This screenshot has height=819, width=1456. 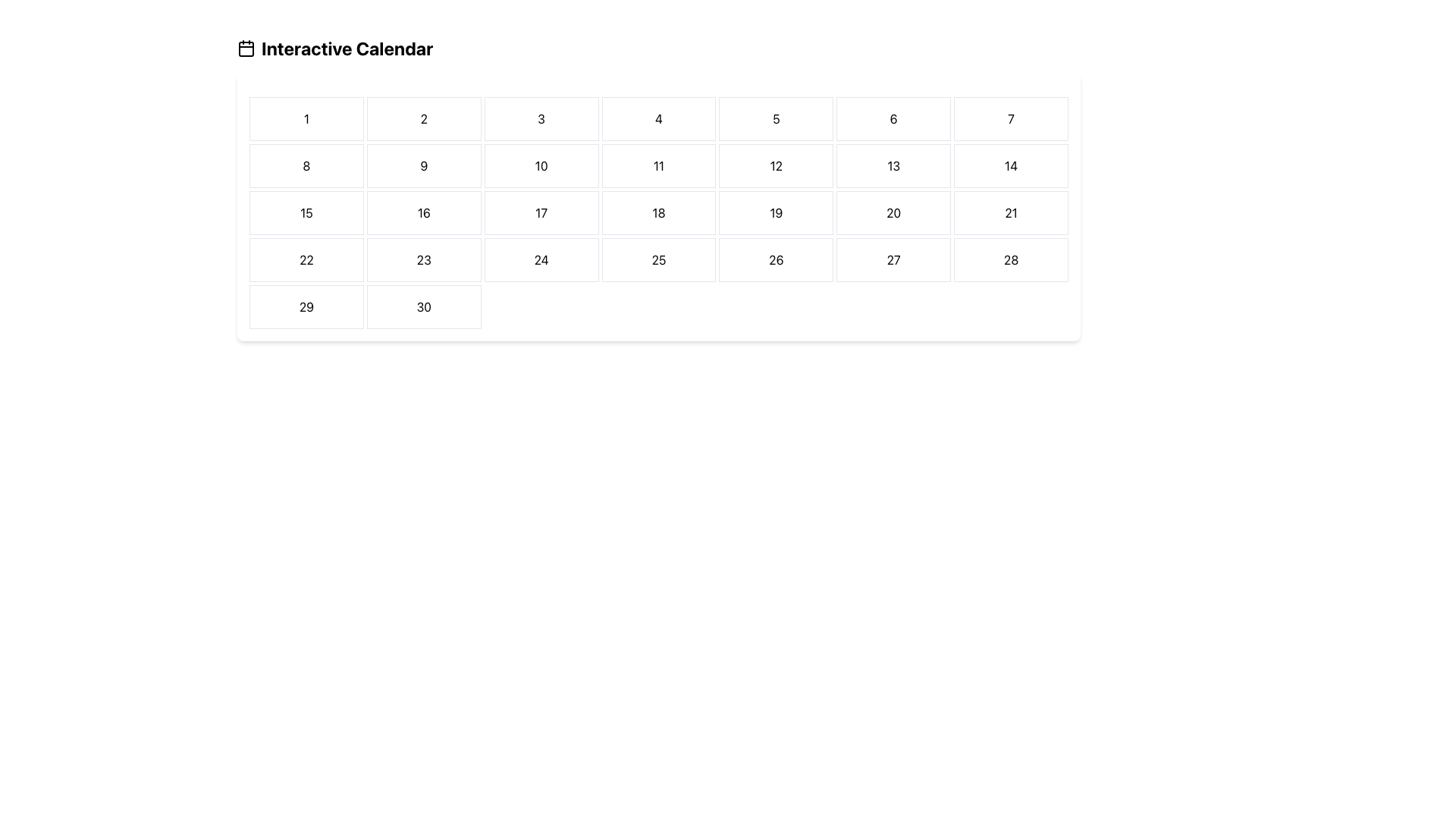 I want to click on the calendar icon SVG that represents the 'Interactive Calendar' section, located to the left of the text label, so click(x=246, y=48).